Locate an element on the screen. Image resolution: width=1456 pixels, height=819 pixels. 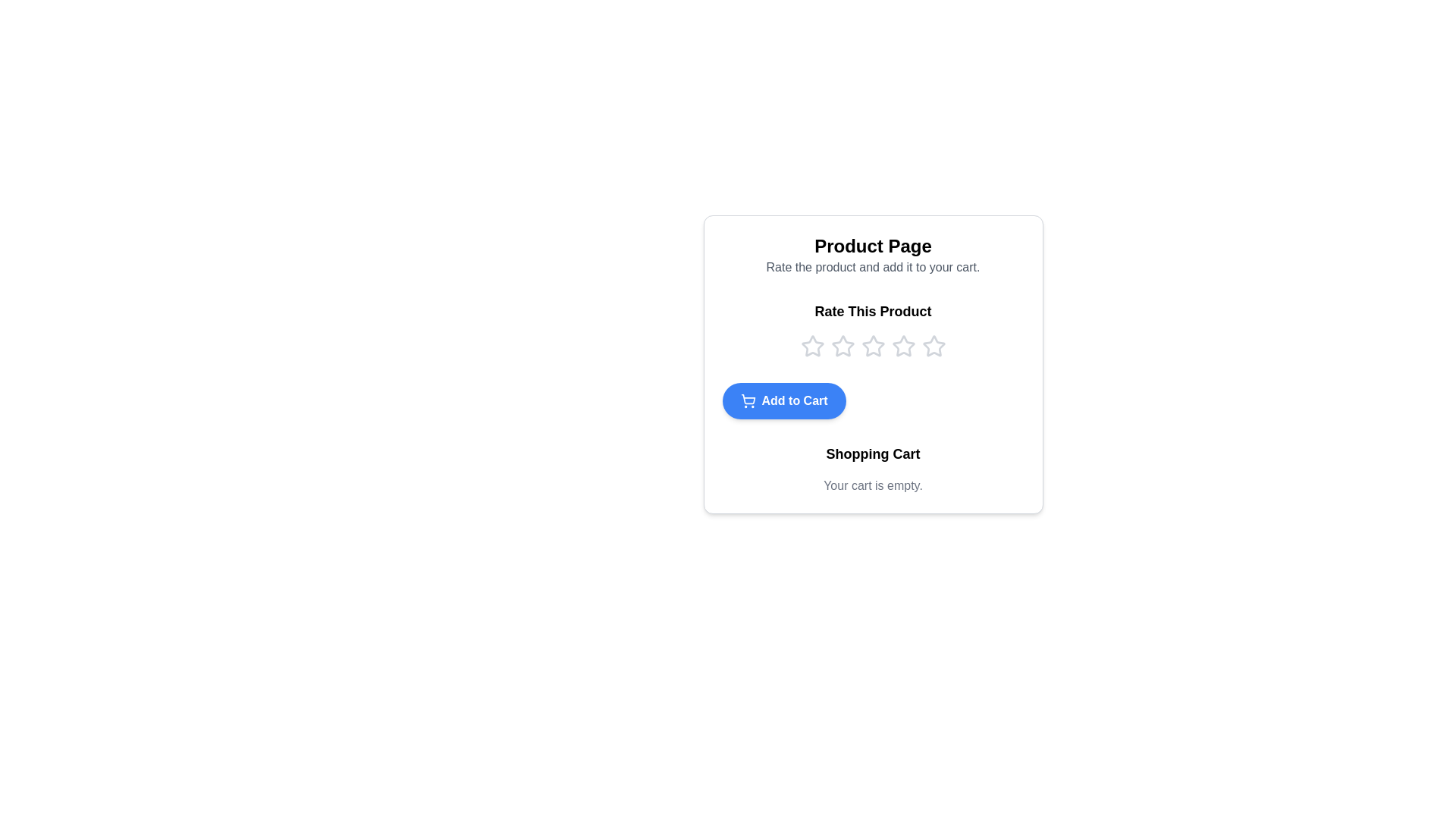
the Rating widget located below the 'Product Page' heading and above the 'Add to Cart' button for keyboard interaction is located at coordinates (873, 329).